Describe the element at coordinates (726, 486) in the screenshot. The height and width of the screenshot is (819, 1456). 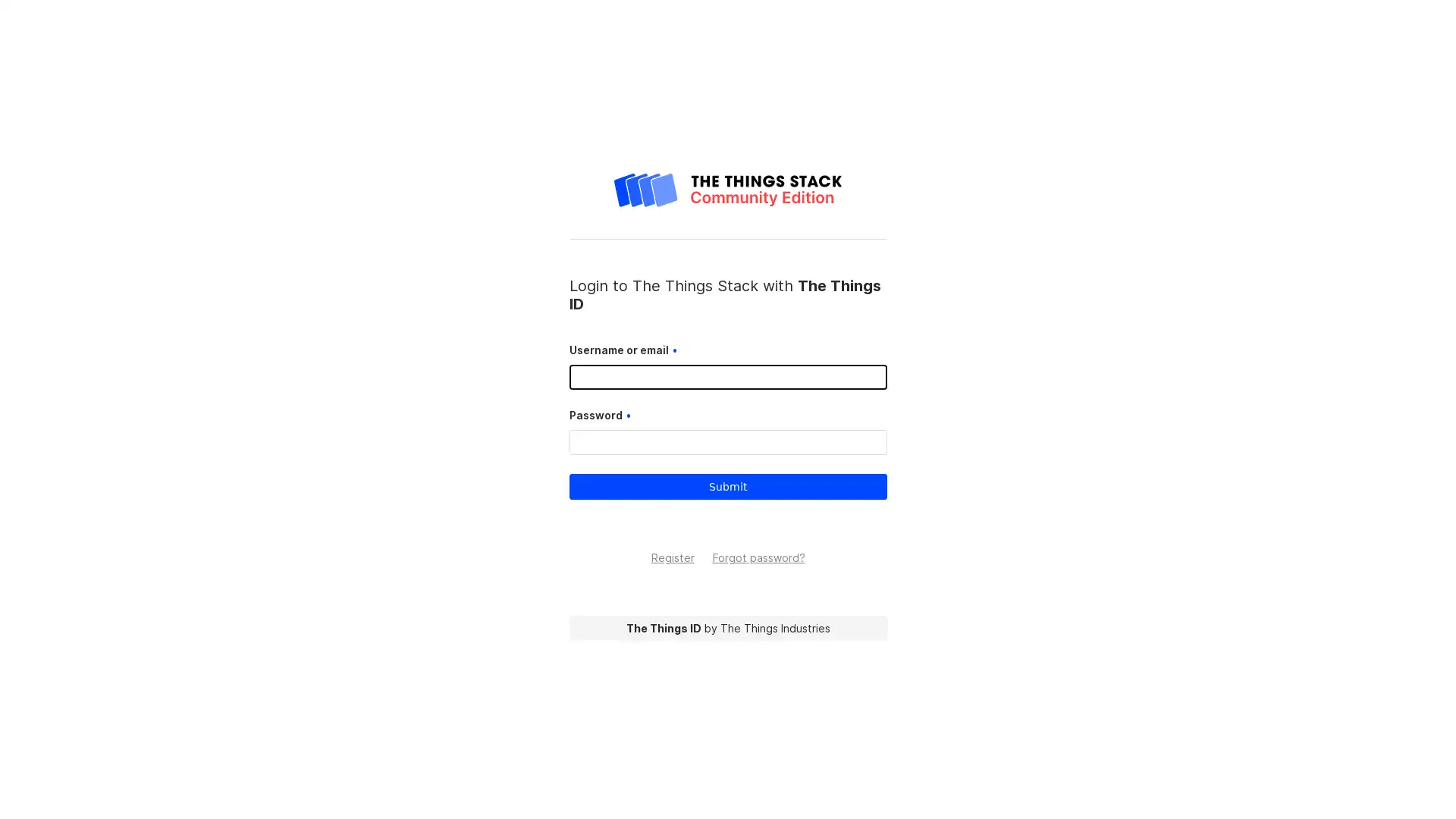
I see `Submit` at that location.